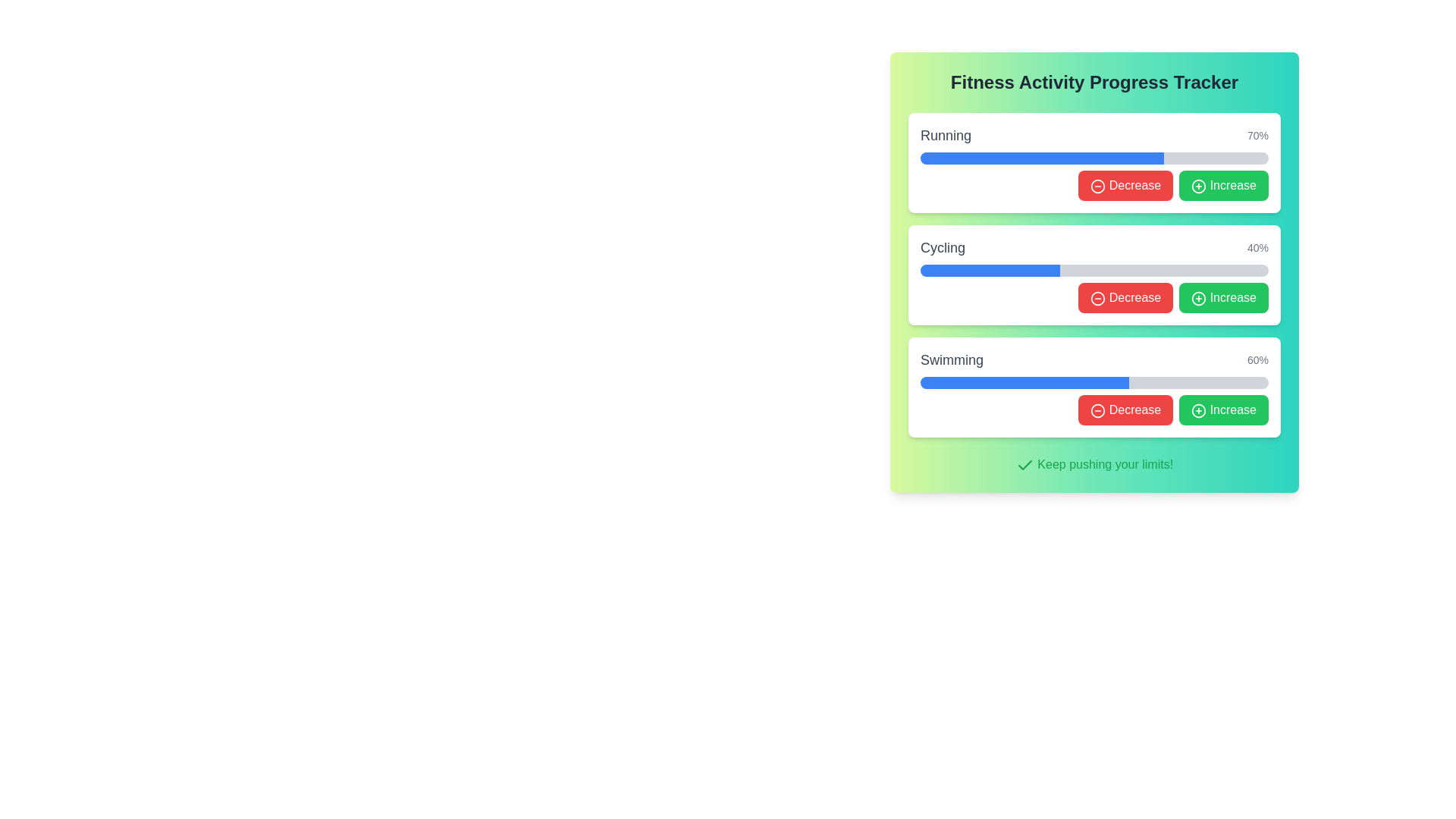  I want to click on the decorative or functional icon for the 'Increase' button associated with the 'Running' progress tracker, so click(1198, 185).